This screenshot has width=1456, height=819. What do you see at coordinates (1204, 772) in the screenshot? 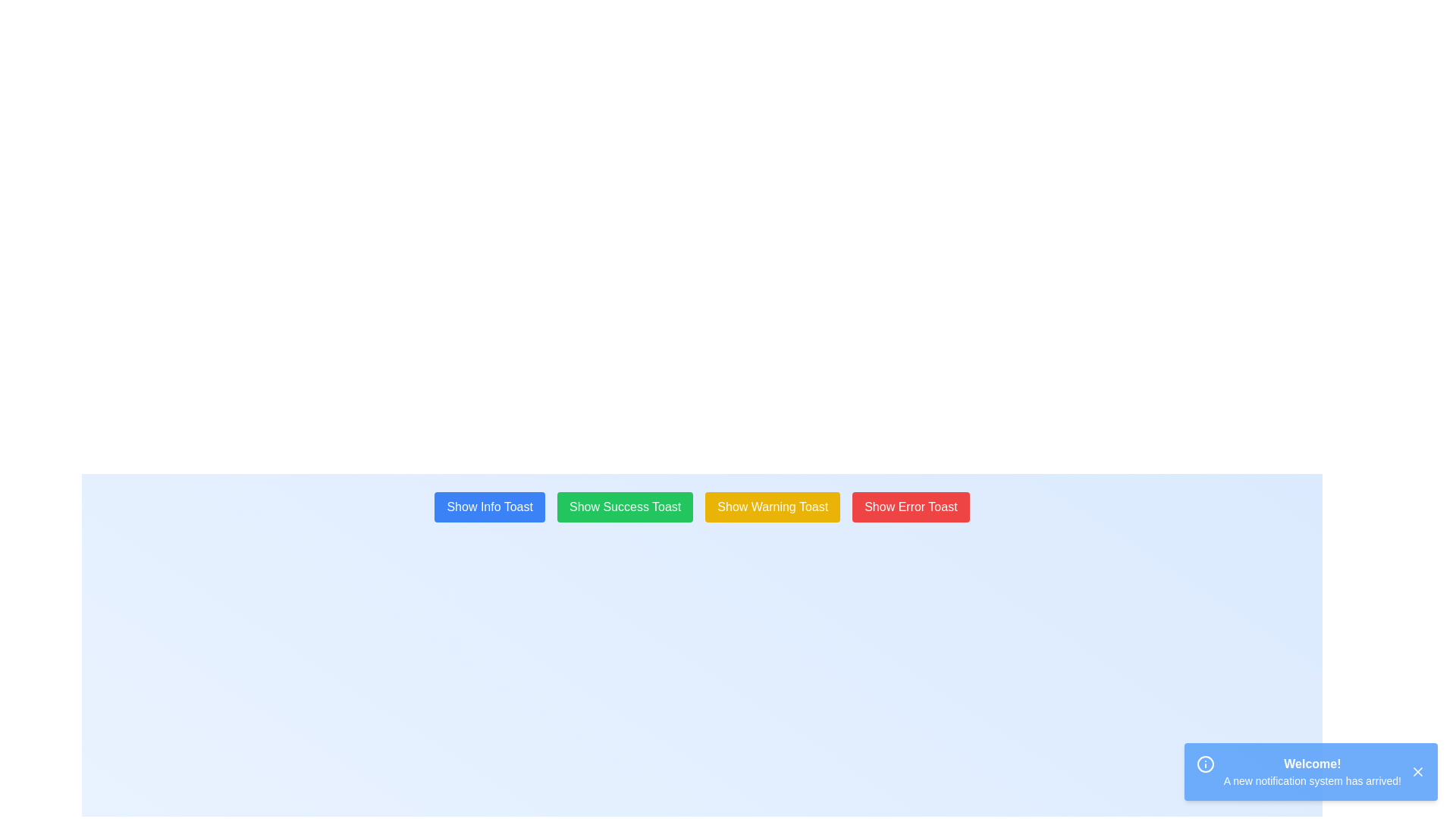
I see `the informational icon located in the bottom-right corner of the notification banner, positioned to the left of the message 'Welcome! A new notification system has arrived!'` at bounding box center [1204, 772].